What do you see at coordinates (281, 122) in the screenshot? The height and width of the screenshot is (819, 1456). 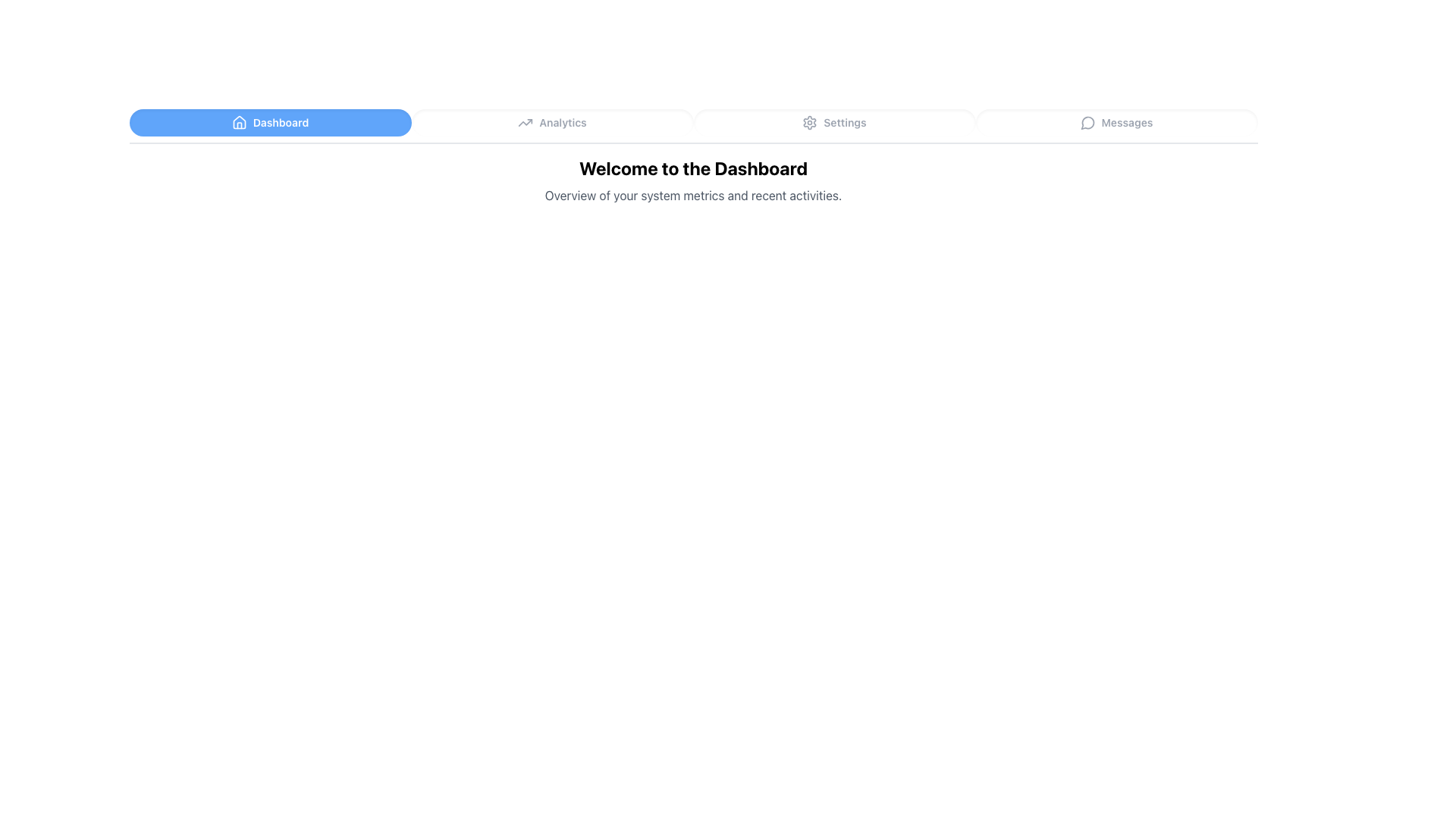 I see `the 'Dashboard' text label` at bounding box center [281, 122].